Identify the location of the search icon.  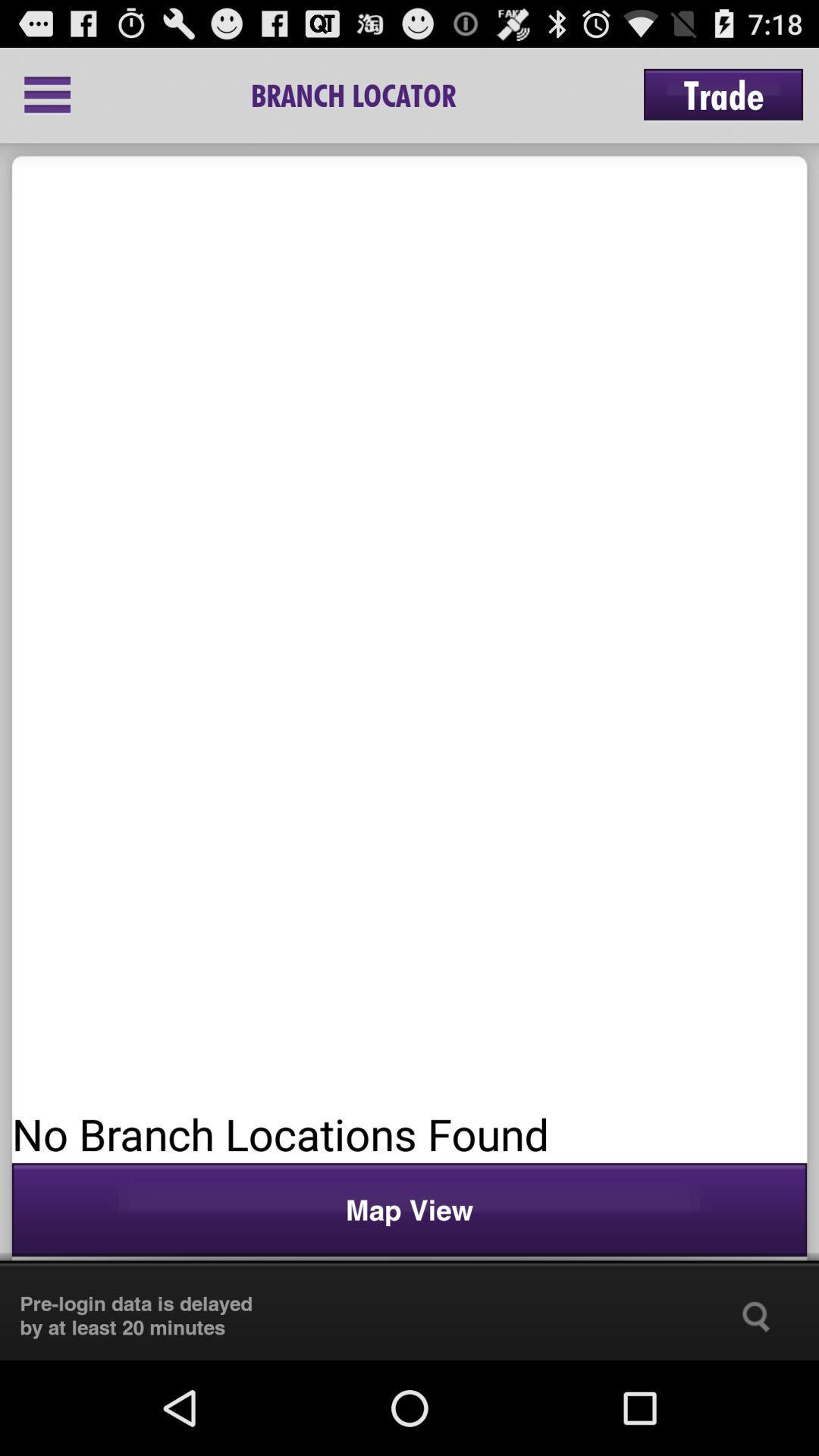
(756, 1407).